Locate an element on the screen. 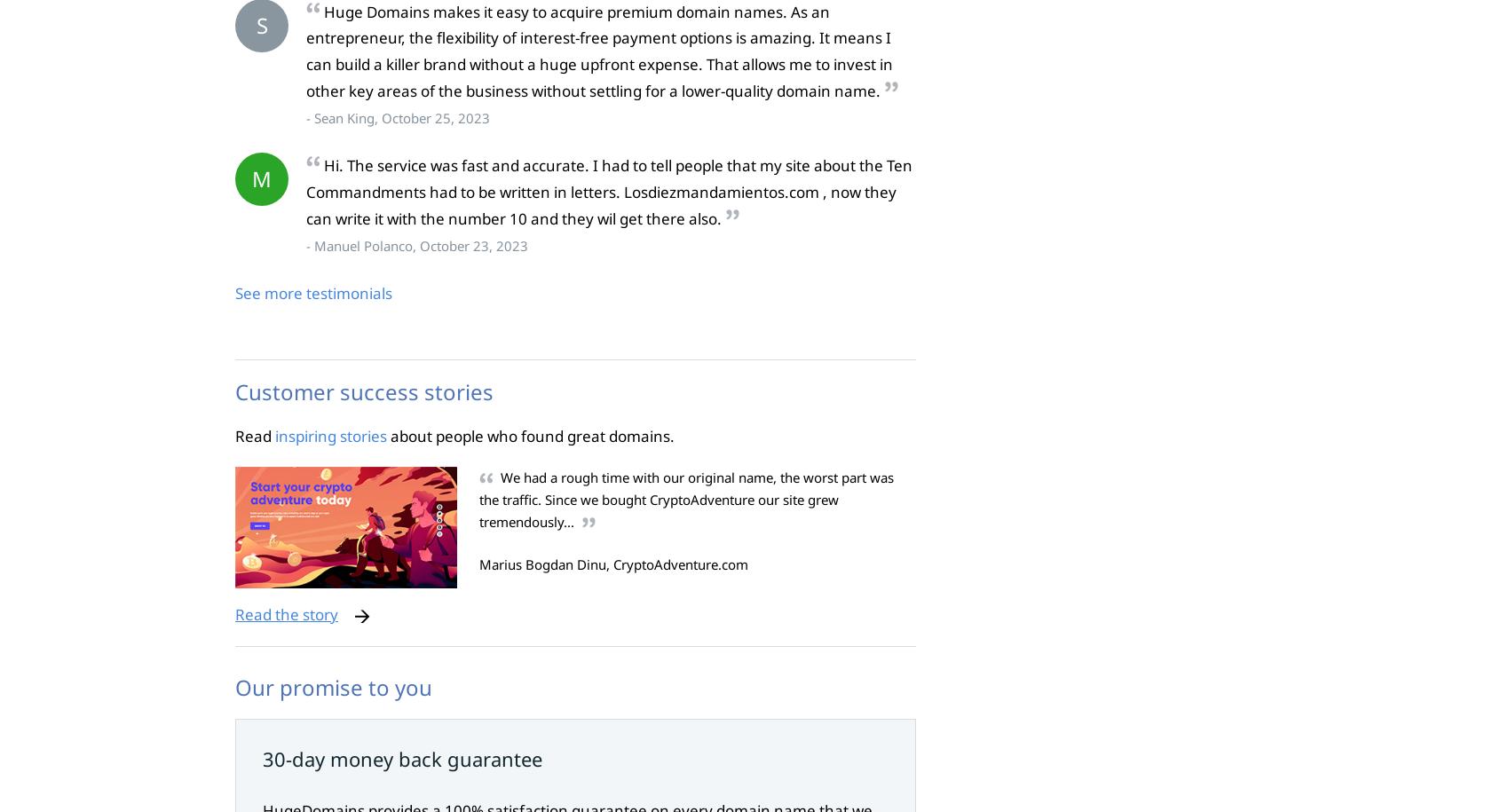 The image size is (1509, 812). 'Customer success stories' is located at coordinates (235, 390).